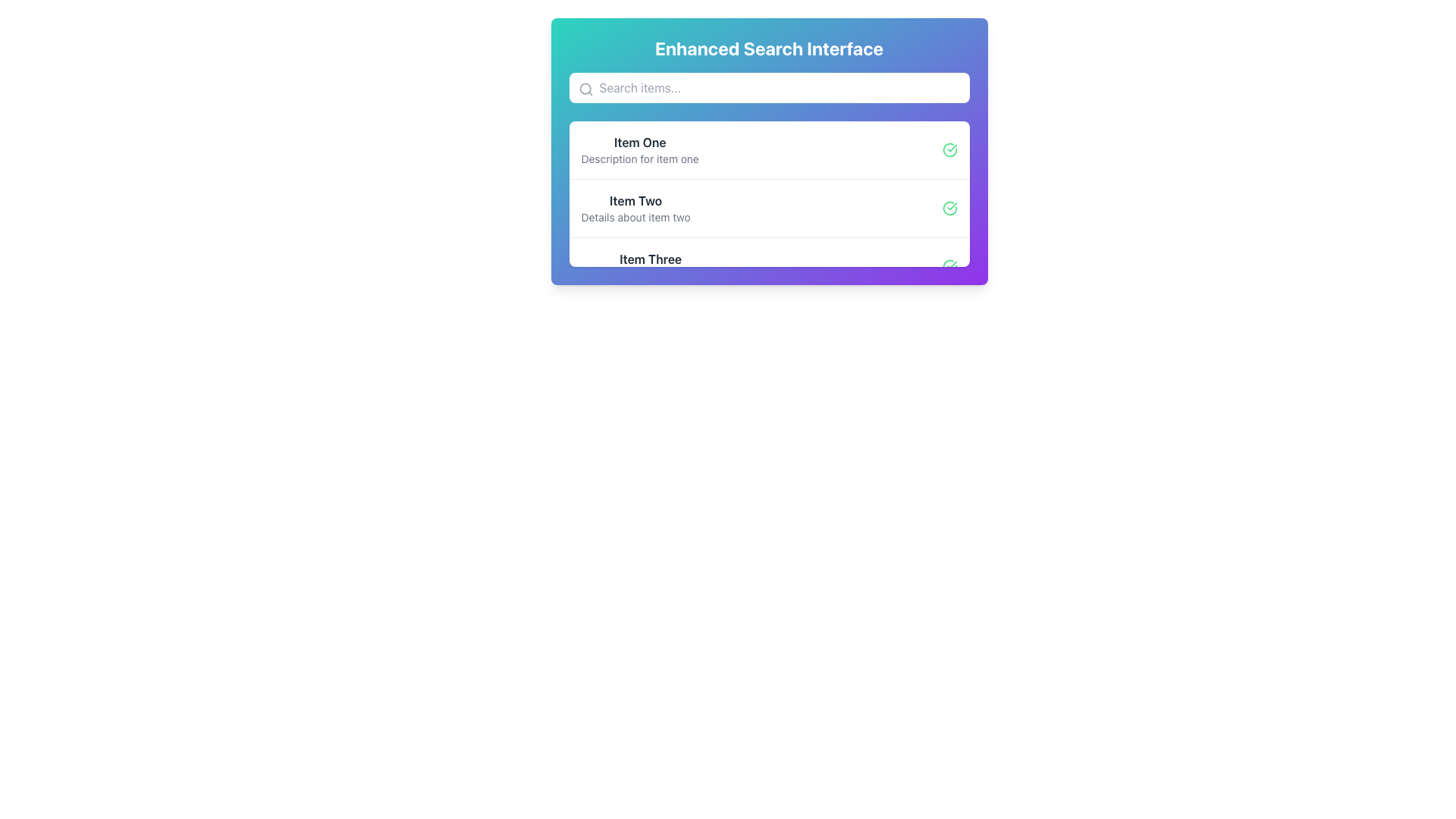  What do you see at coordinates (640, 158) in the screenshot?
I see `the informational Text label that describes 'Item One', located below the 'Item One' label in the first entry of a vertically listed group of items` at bounding box center [640, 158].